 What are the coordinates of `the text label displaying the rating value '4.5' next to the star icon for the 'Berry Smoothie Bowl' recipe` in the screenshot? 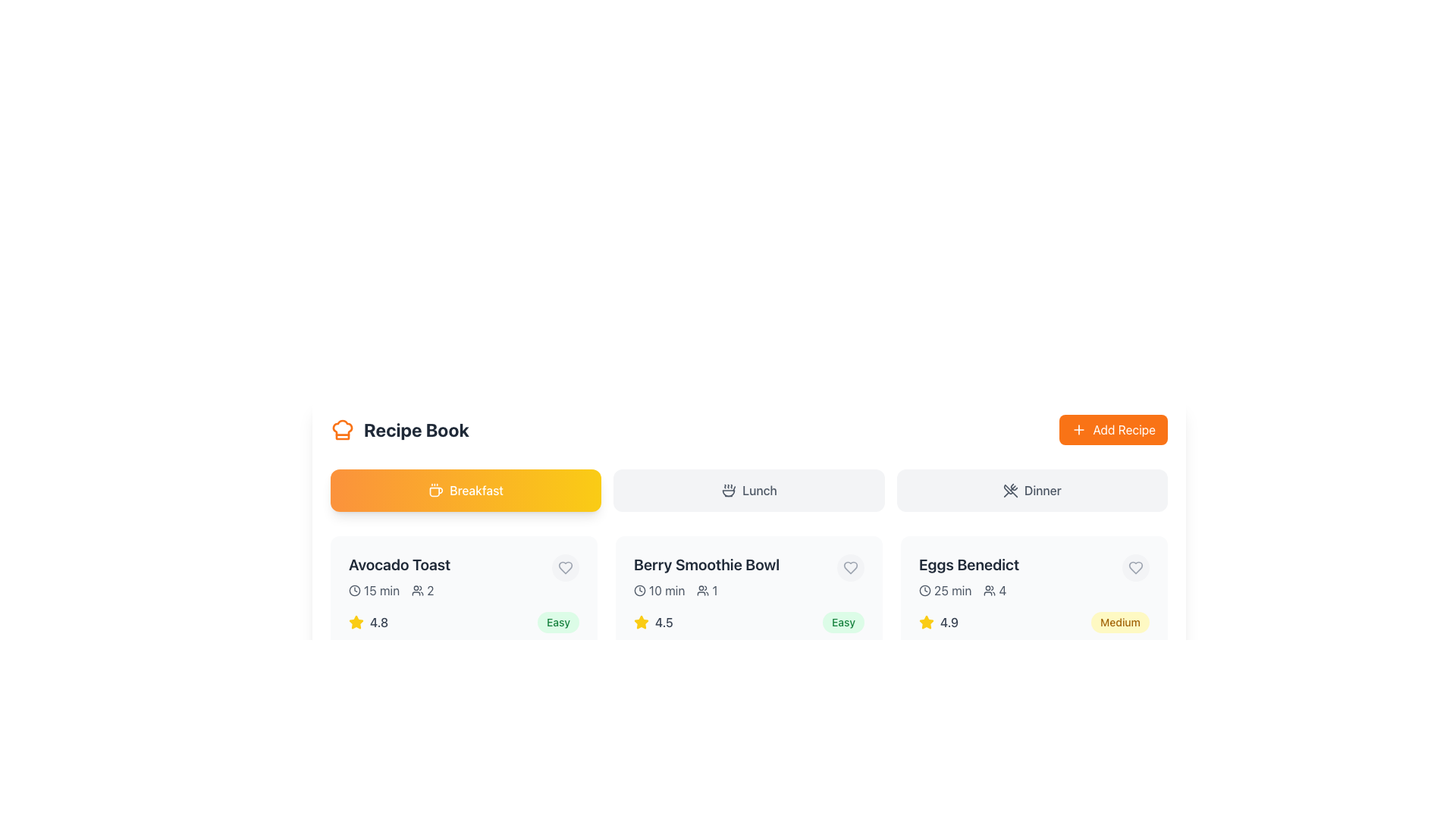 It's located at (664, 623).